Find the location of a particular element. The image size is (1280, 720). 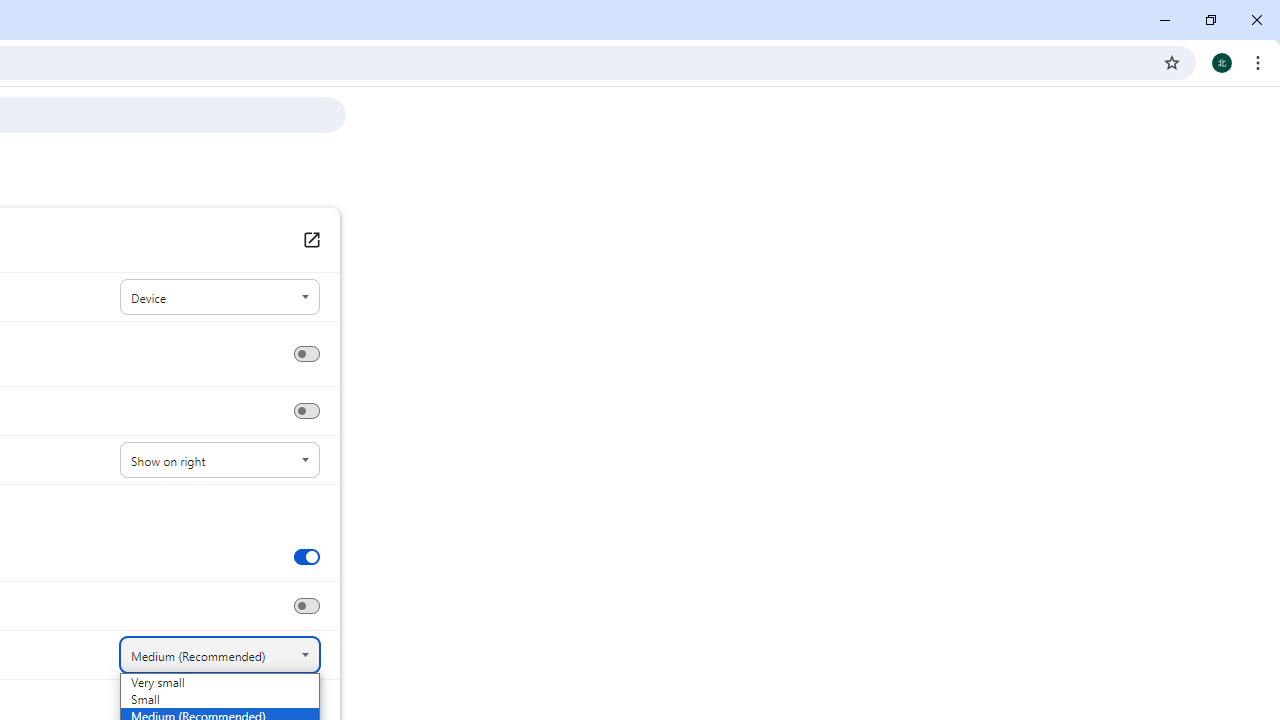

'Small' is located at coordinates (194, 698).